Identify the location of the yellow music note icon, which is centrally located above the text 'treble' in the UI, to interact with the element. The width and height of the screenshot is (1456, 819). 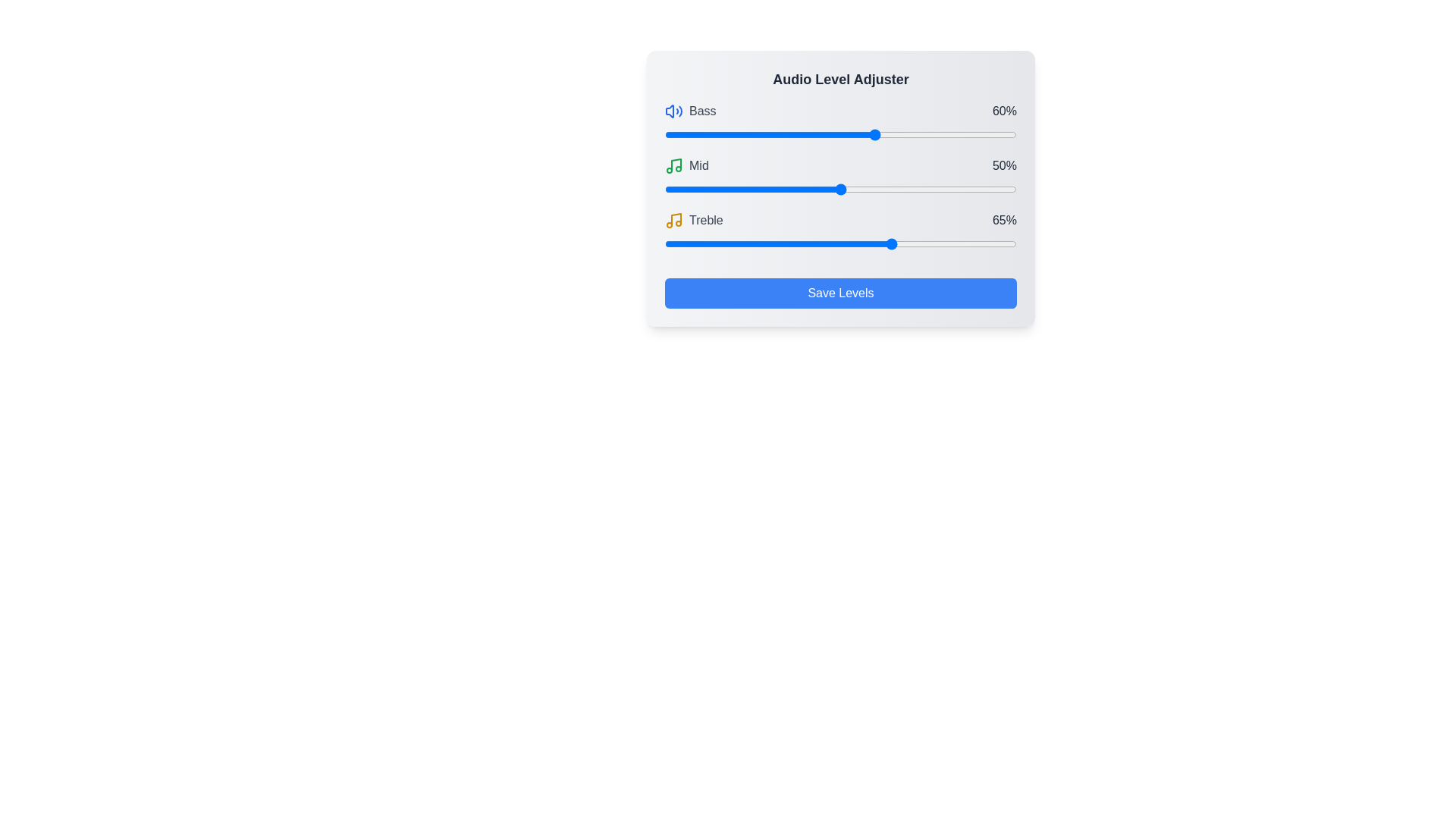
(673, 220).